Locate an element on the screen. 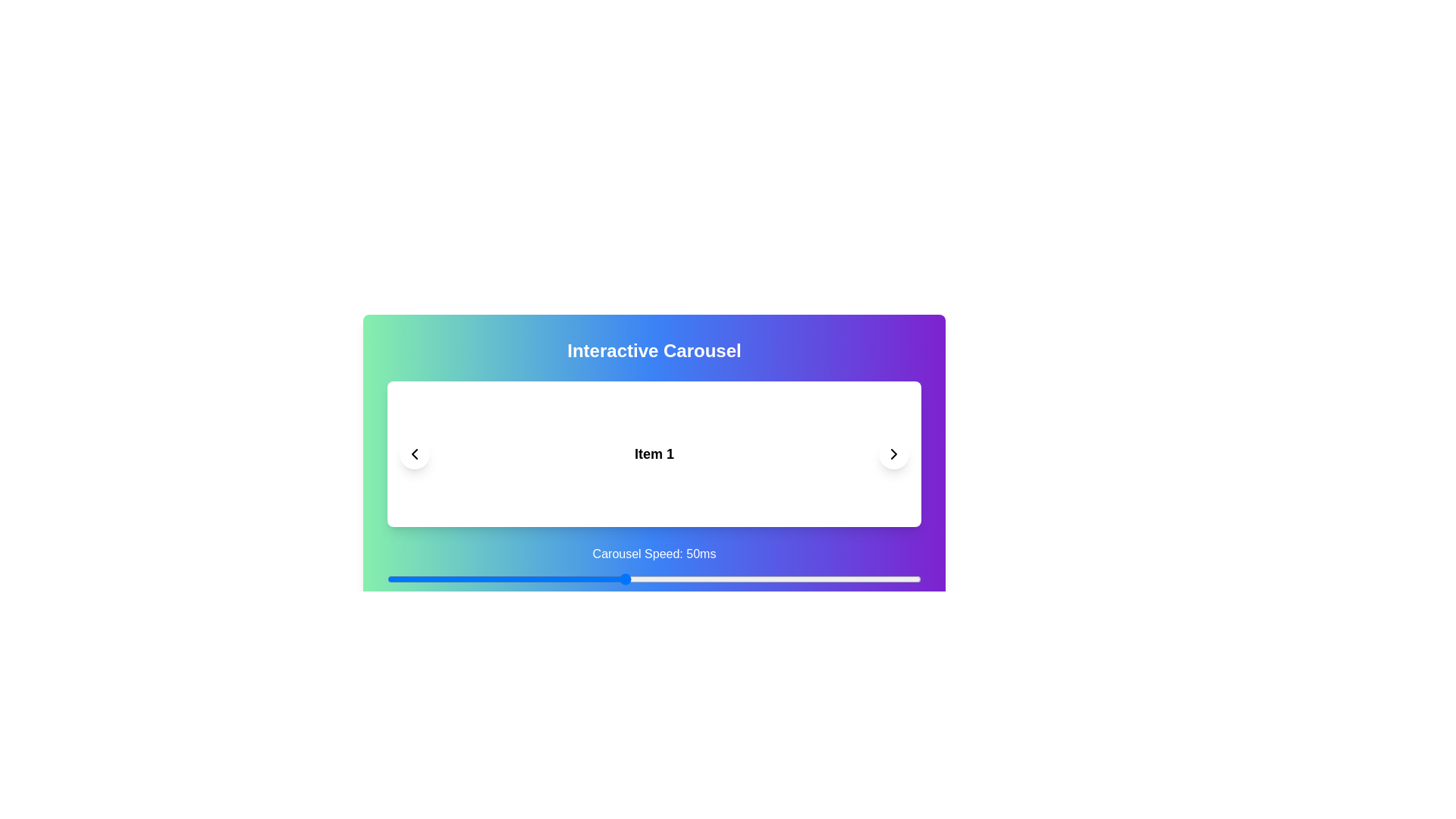 Image resolution: width=1456 pixels, height=819 pixels. the left navigation arrow to move to the previous carousel item is located at coordinates (415, 453).